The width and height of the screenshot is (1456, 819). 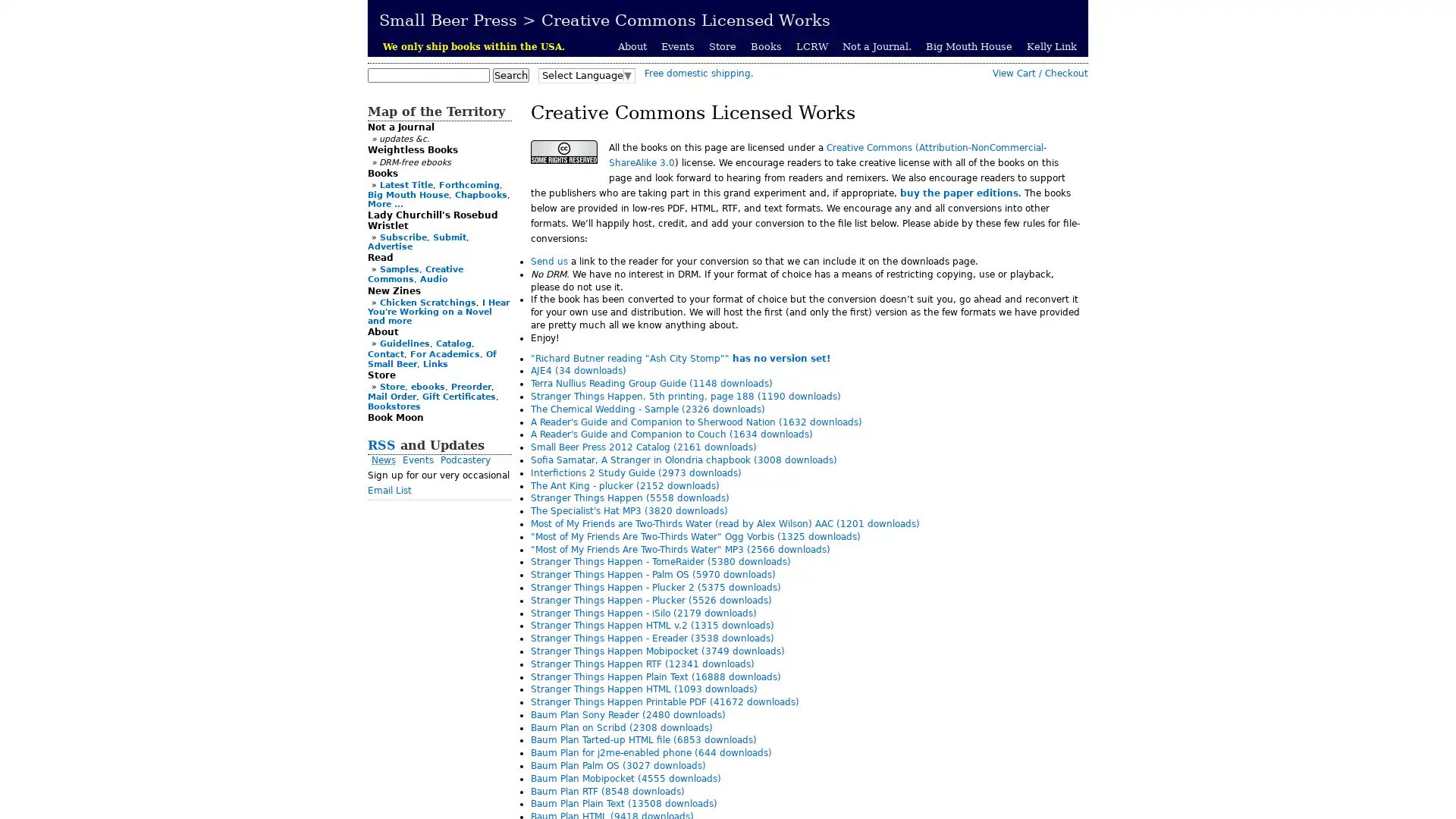 What do you see at coordinates (510, 75) in the screenshot?
I see `Search` at bounding box center [510, 75].